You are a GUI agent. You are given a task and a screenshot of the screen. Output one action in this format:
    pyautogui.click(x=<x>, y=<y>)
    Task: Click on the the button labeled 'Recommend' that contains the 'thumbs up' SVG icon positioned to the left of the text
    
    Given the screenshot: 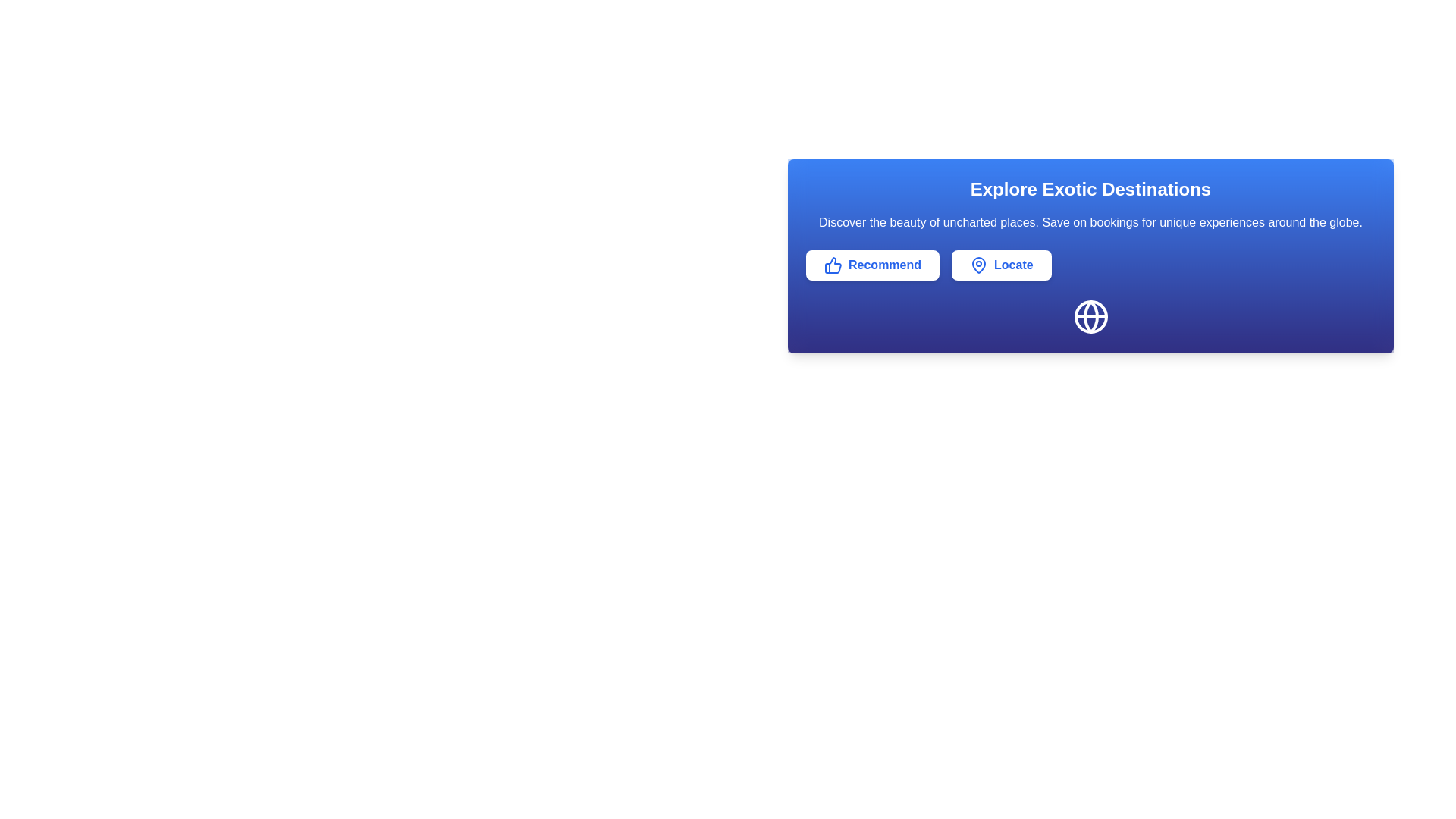 What is the action you would take?
    pyautogui.click(x=832, y=265)
    